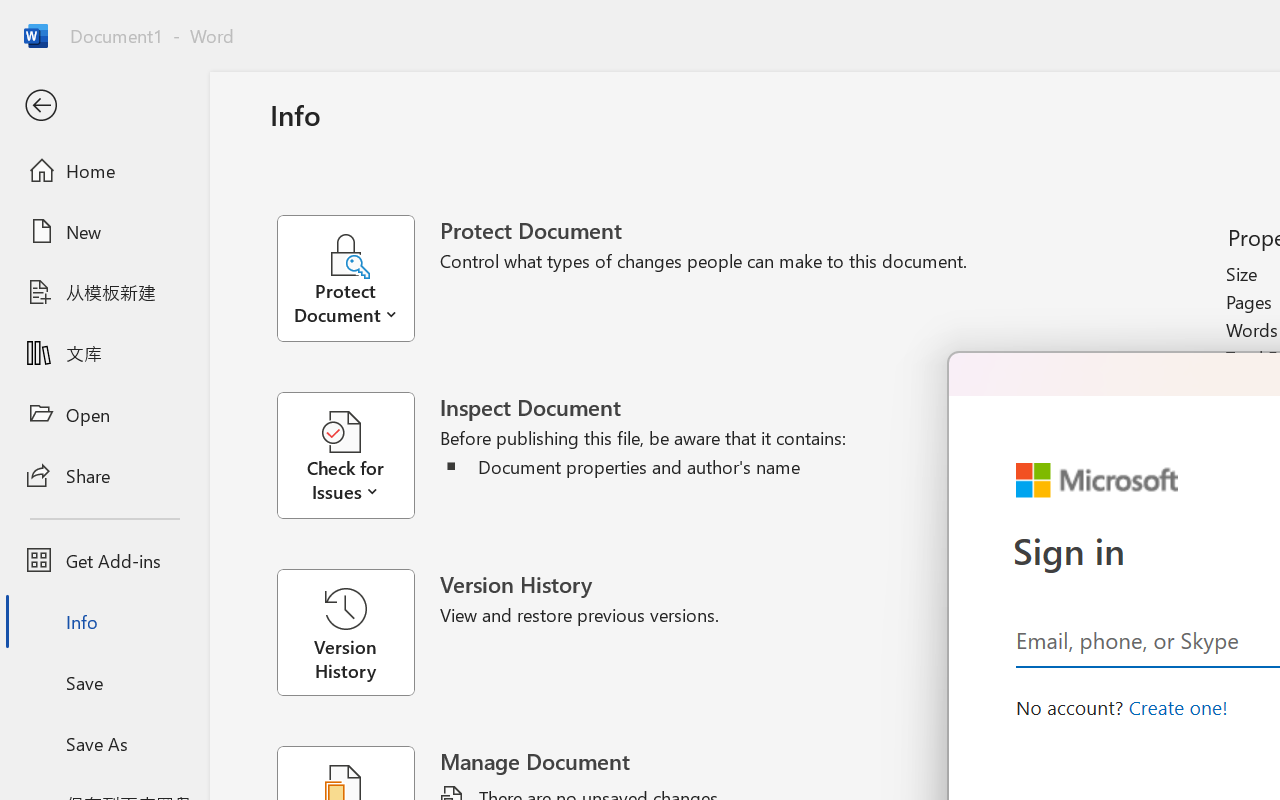 The image size is (1280, 800). Describe the element at coordinates (345, 632) in the screenshot. I see `'Version History'` at that location.